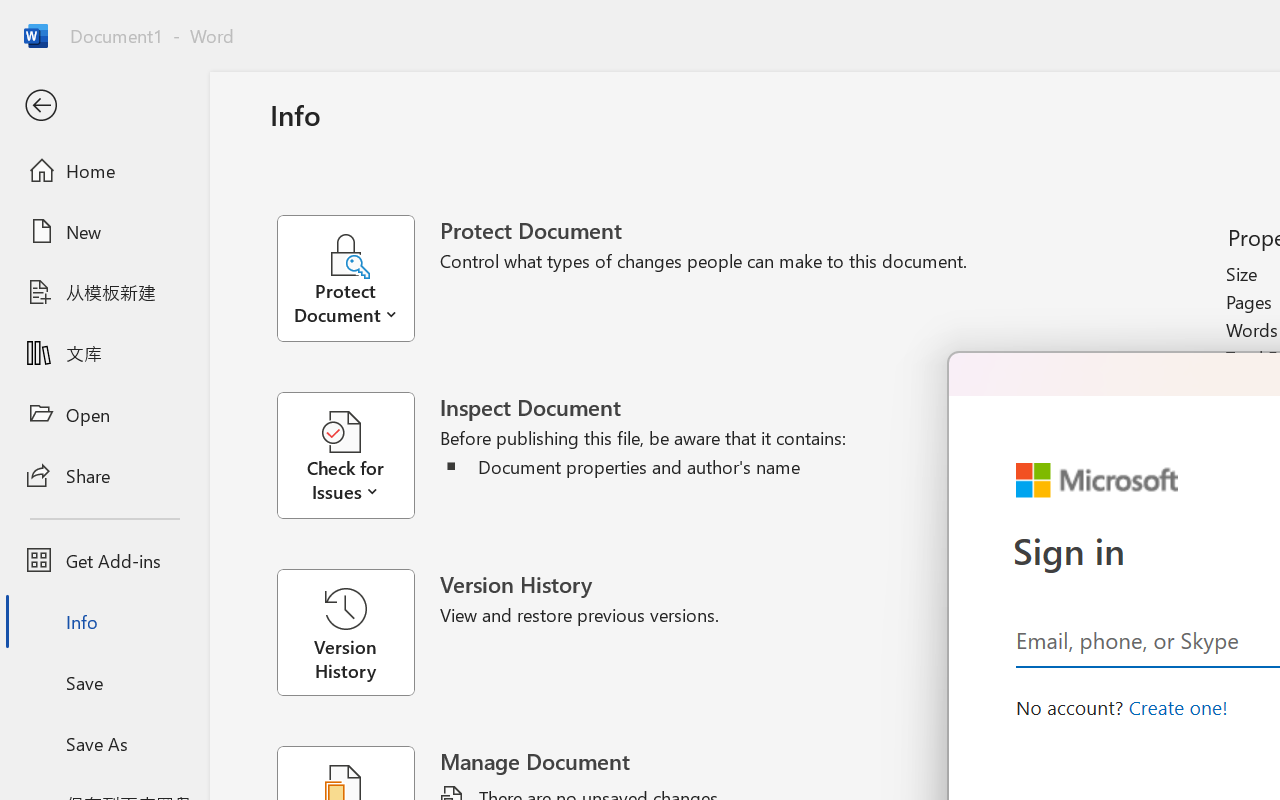 The image size is (1280, 800). Describe the element at coordinates (345, 632) in the screenshot. I see `'Version History'` at that location.